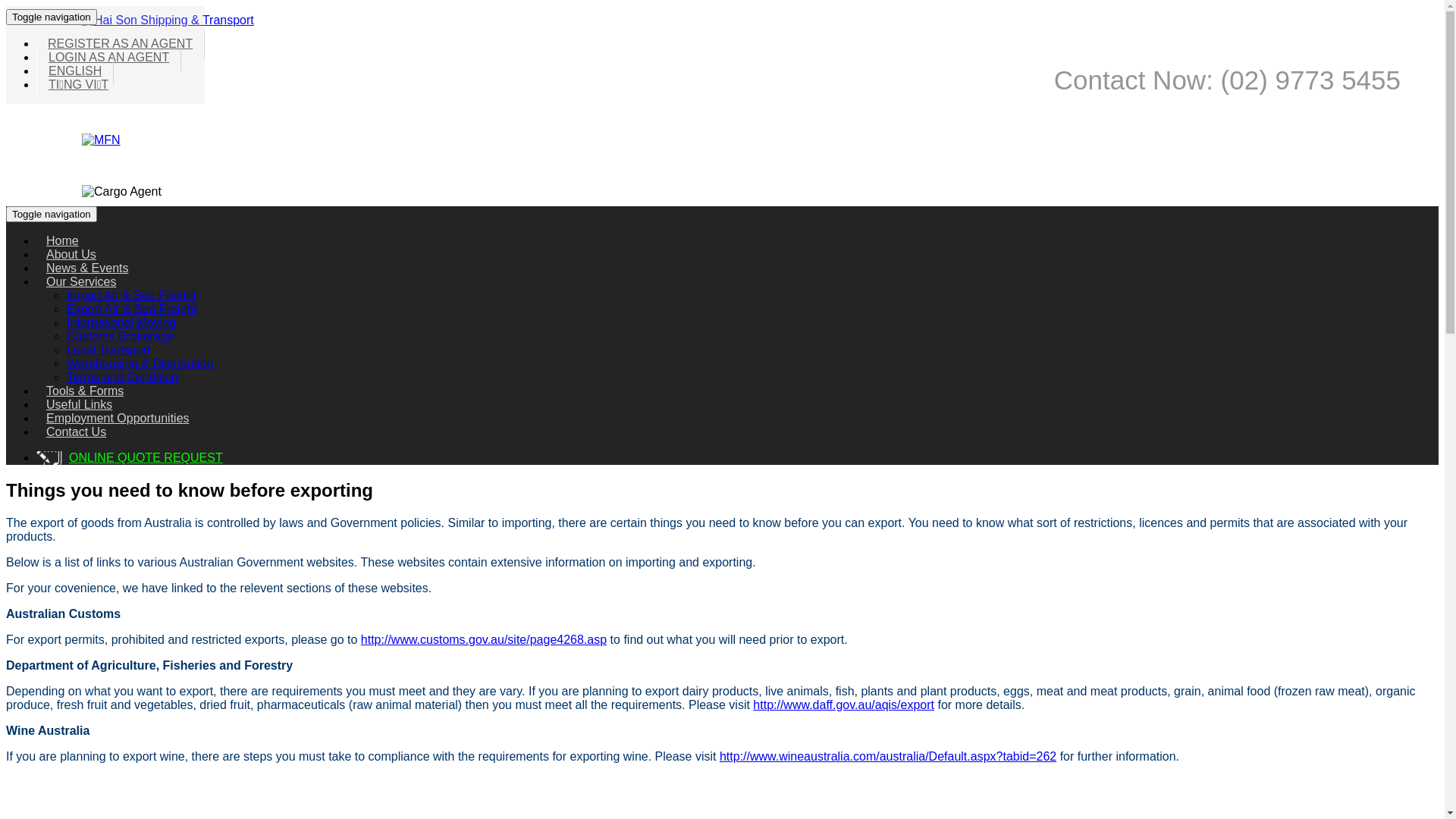 Image resolution: width=1456 pixels, height=819 pixels. Describe the element at coordinates (36, 403) in the screenshot. I see `'Useful Links'` at that location.